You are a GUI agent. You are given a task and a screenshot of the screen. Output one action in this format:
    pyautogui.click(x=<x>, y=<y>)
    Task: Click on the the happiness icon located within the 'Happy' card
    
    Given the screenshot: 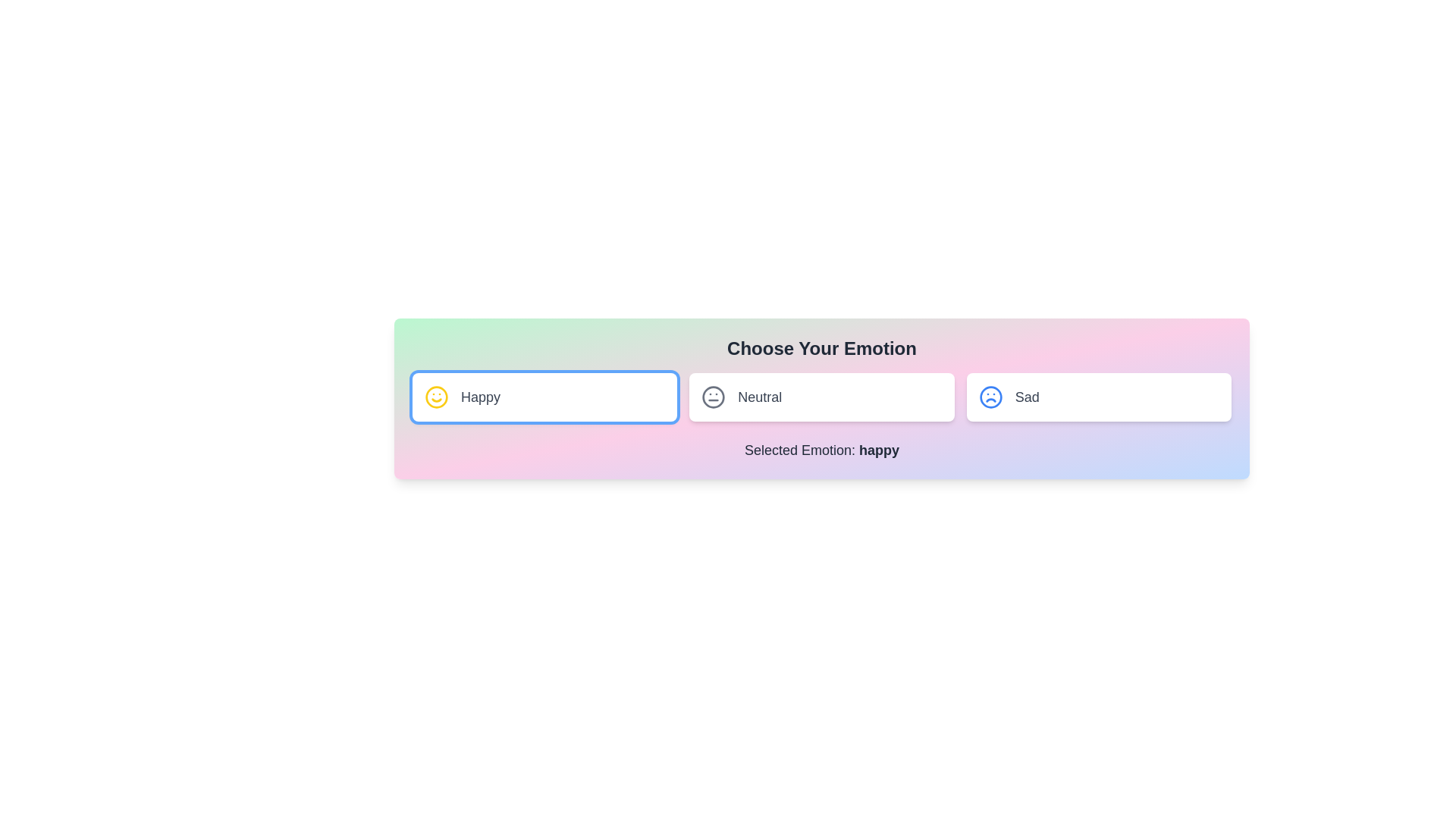 What is the action you would take?
    pyautogui.click(x=436, y=396)
    